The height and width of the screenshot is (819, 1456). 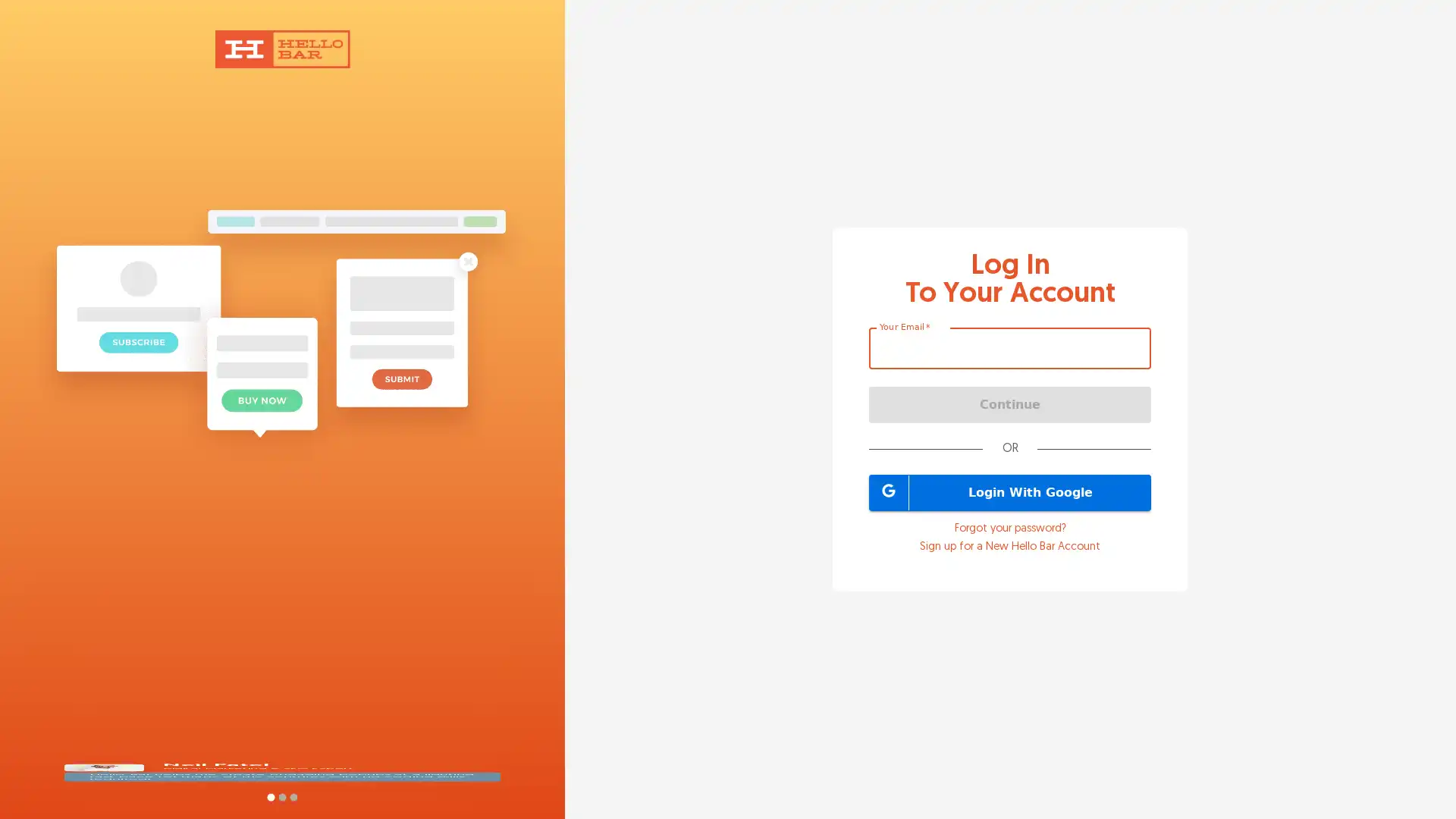 What do you see at coordinates (293, 796) in the screenshot?
I see `carousel indicator 3` at bounding box center [293, 796].